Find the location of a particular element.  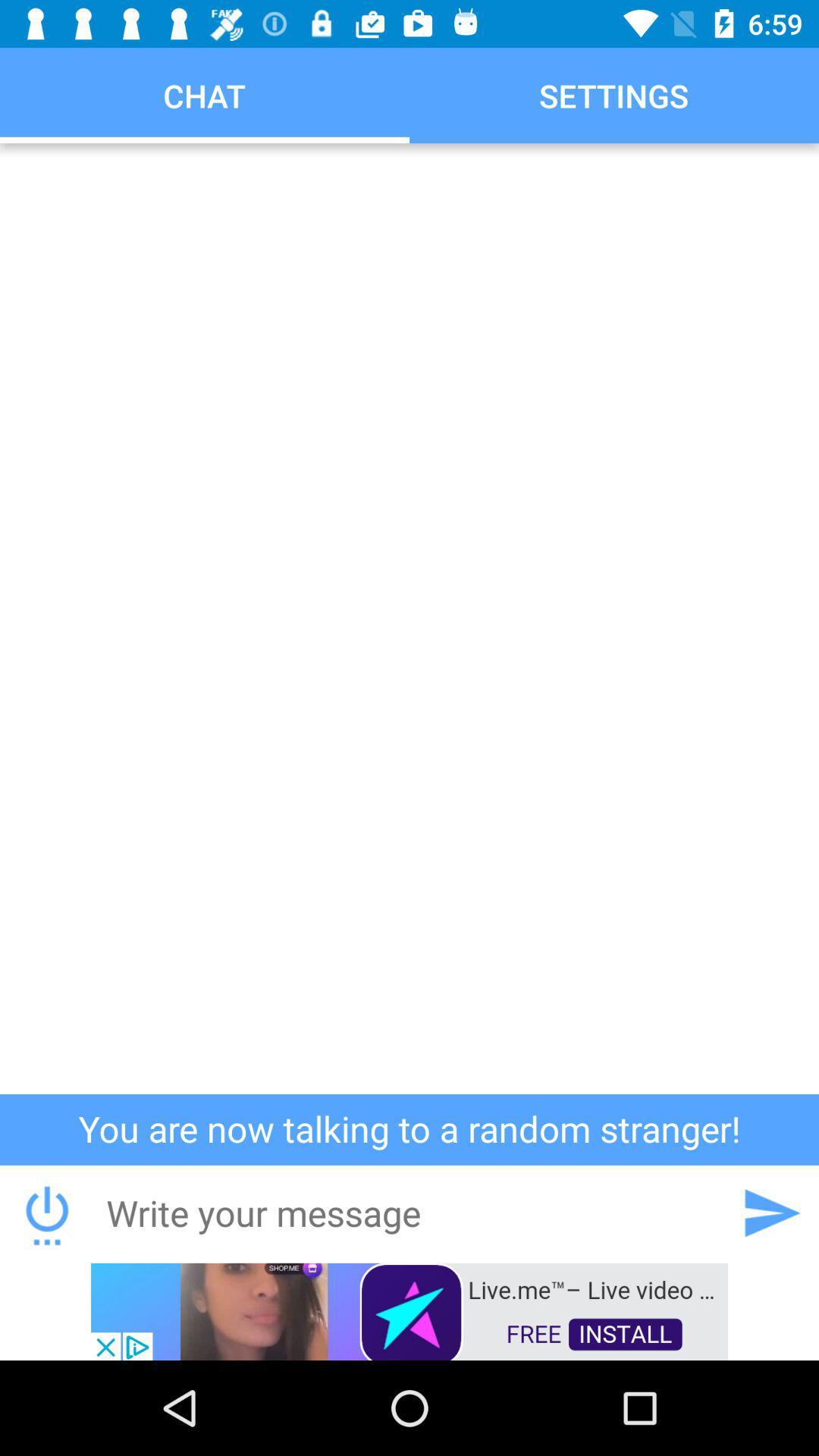

message is located at coordinates (408, 1212).